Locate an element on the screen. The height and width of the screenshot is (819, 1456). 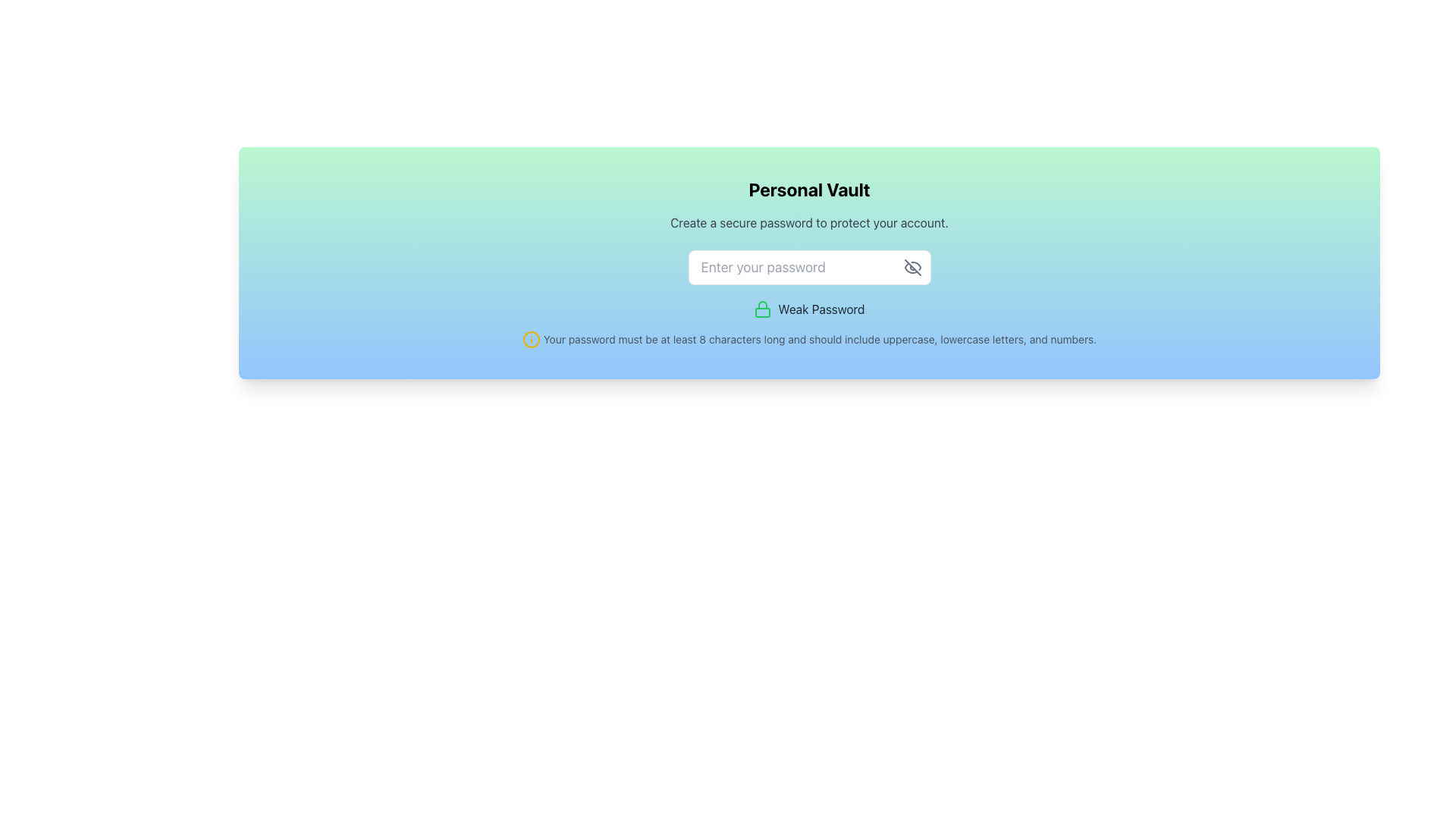
the SVG Circle icon that indicates supplementary information related to password rules to observe its tooltip if one appears is located at coordinates (531, 338).